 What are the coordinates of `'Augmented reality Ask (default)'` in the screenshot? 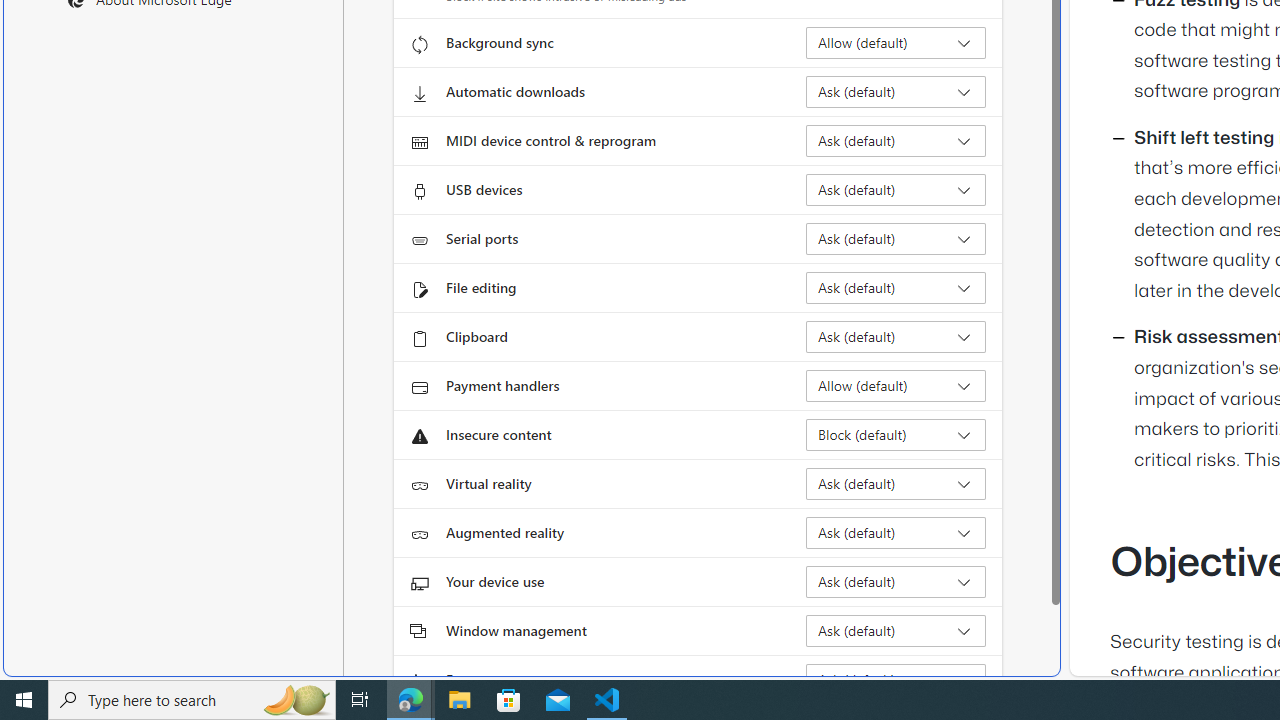 It's located at (895, 531).